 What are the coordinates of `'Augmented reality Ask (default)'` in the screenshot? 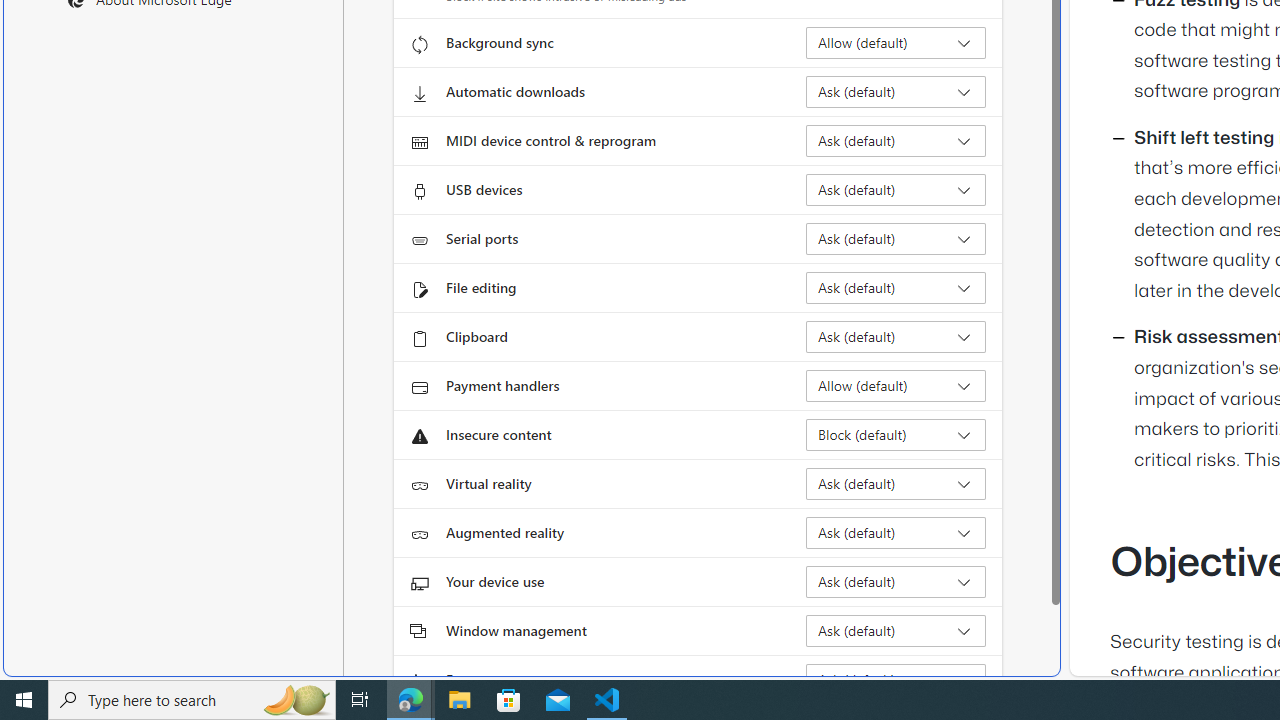 It's located at (895, 531).